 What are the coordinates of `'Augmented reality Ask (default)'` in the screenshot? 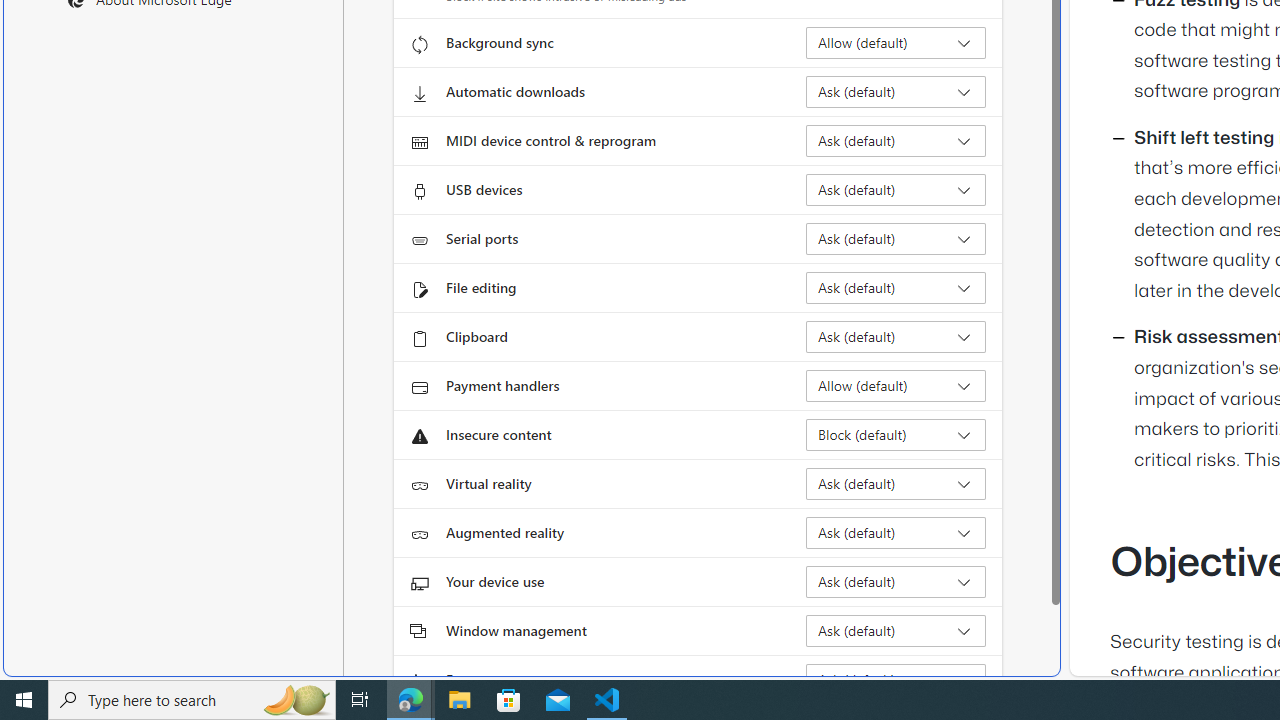 It's located at (895, 531).